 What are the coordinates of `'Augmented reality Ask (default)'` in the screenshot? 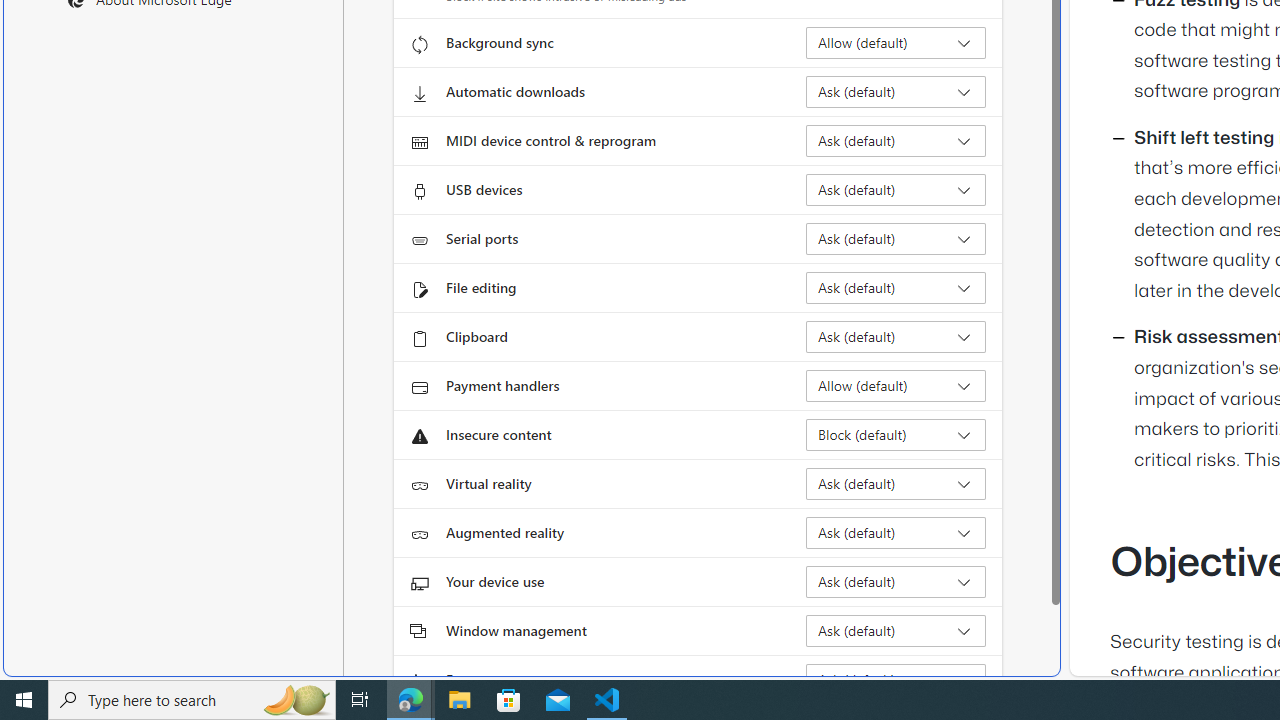 It's located at (895, 531).